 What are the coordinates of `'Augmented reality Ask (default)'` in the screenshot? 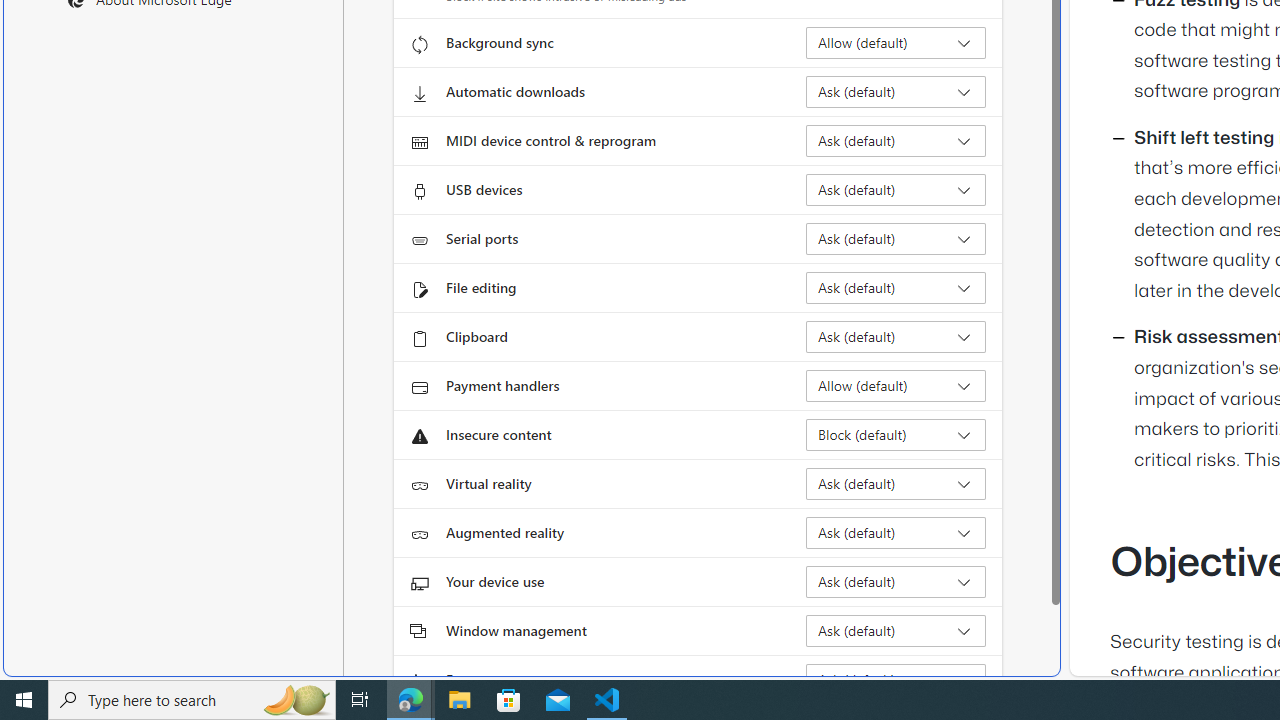 It's located at (895, 531).